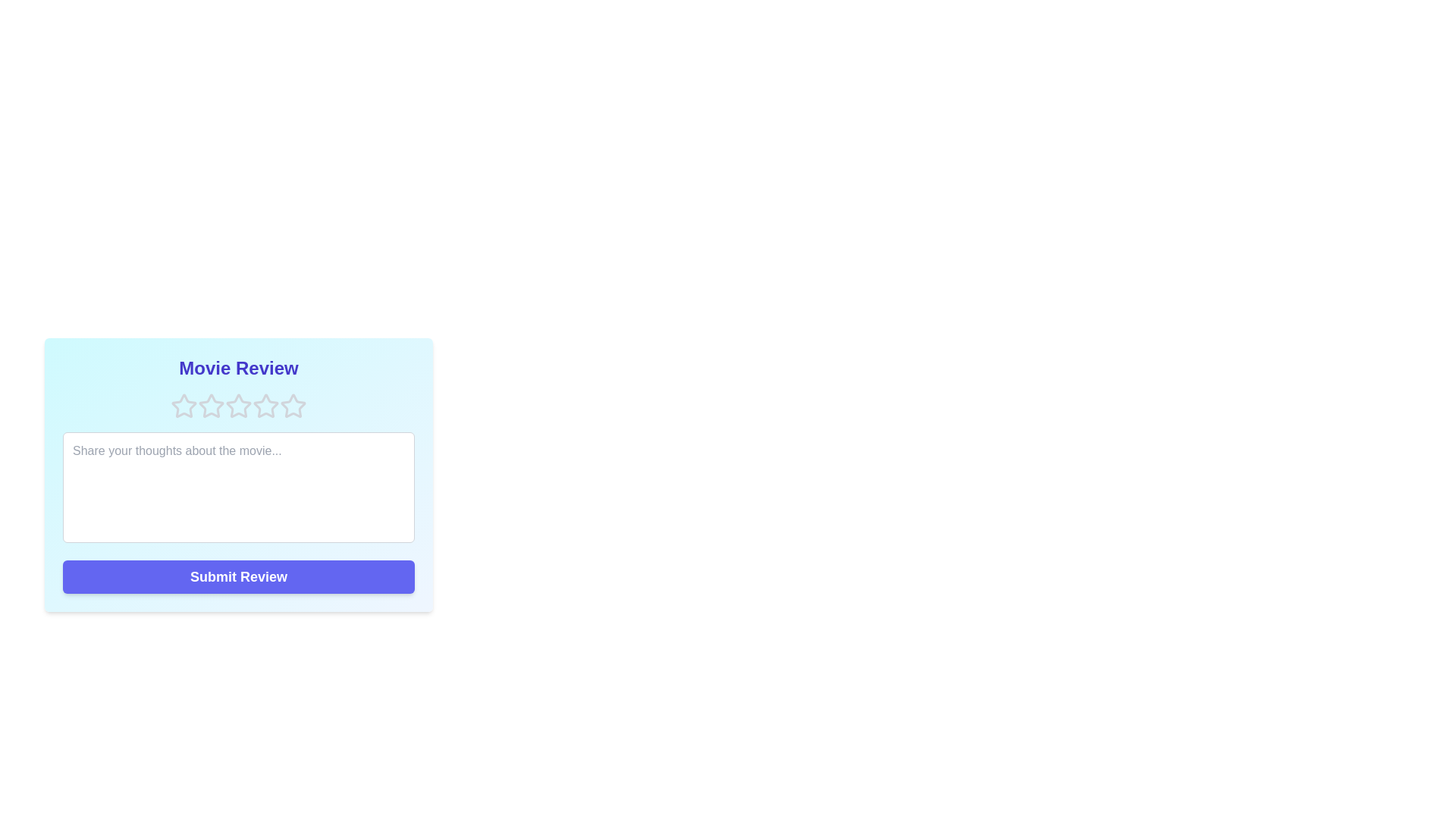  Describe the element at coordinates (184, 406) in the screenshot. I see `the star corresponding to 1 to set the rating` at that location.